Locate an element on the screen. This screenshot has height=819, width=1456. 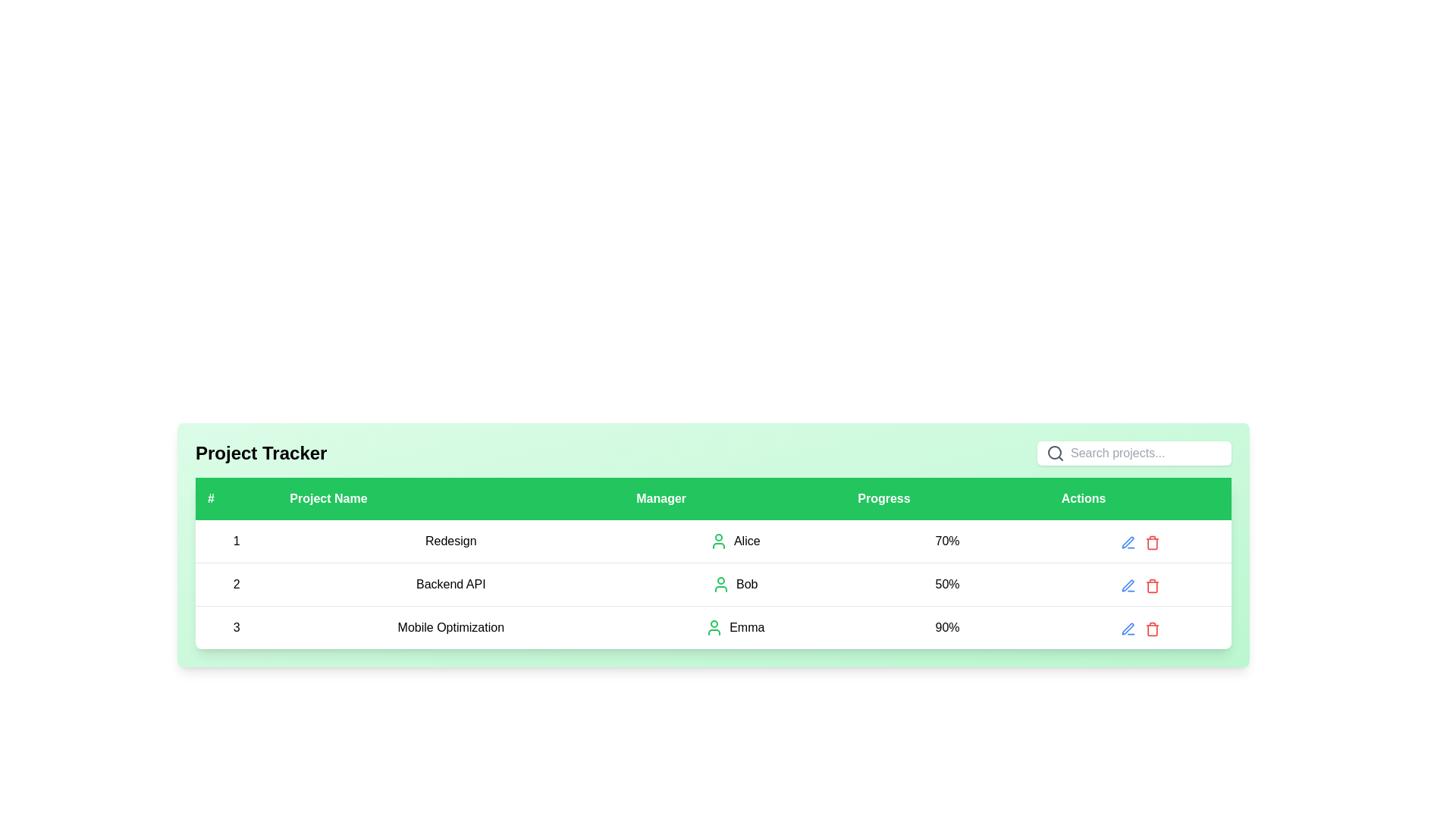
the text label displaying '70%' in the 'Progress' column of the data table for the project 'Redesign' managed by 'Alice' is located at coordinates (946, 541).